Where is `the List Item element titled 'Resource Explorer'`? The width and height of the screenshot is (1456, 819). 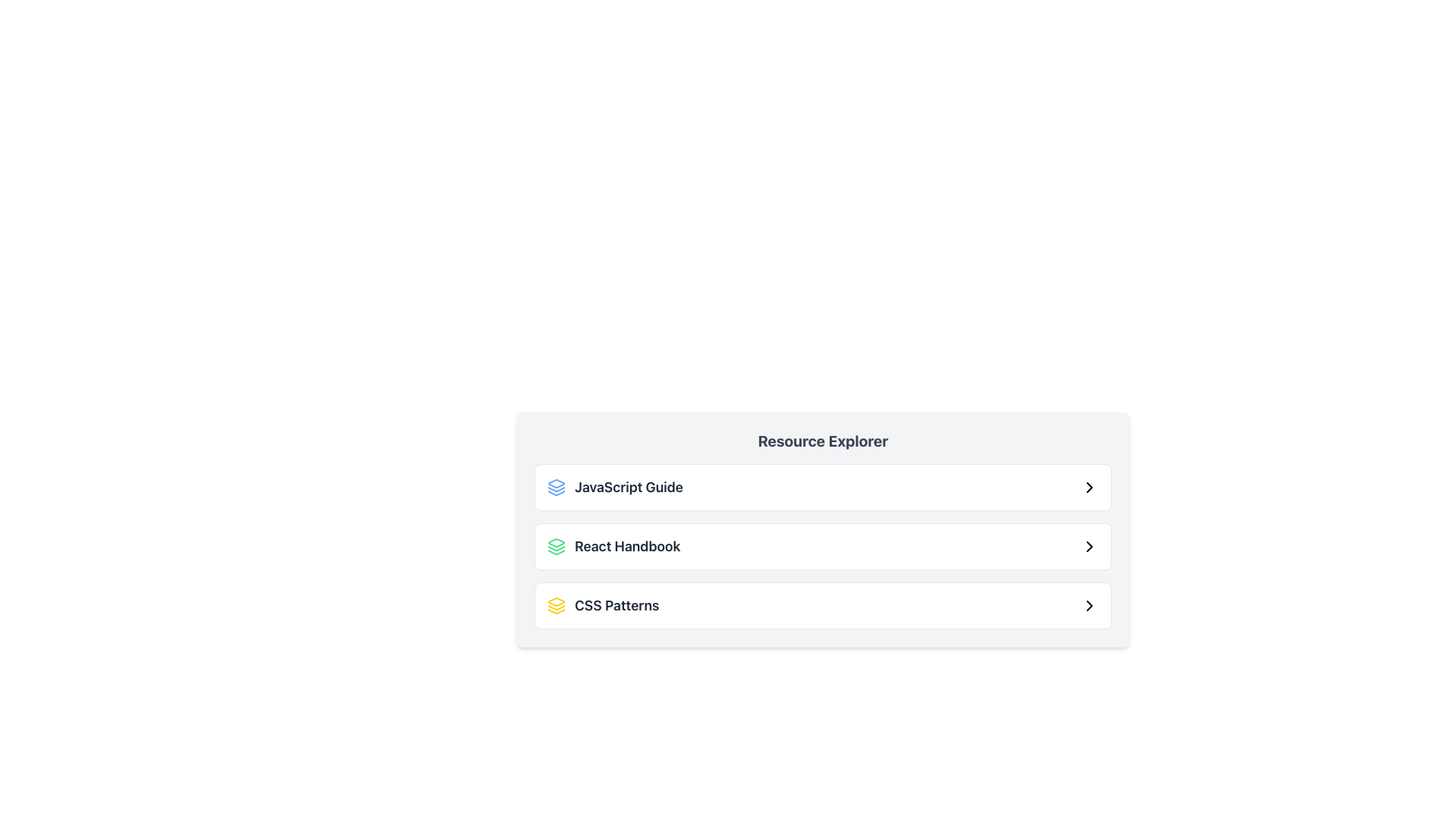
the List Item element titled 'Resource Explorer' is located at coordinates (822, 529).